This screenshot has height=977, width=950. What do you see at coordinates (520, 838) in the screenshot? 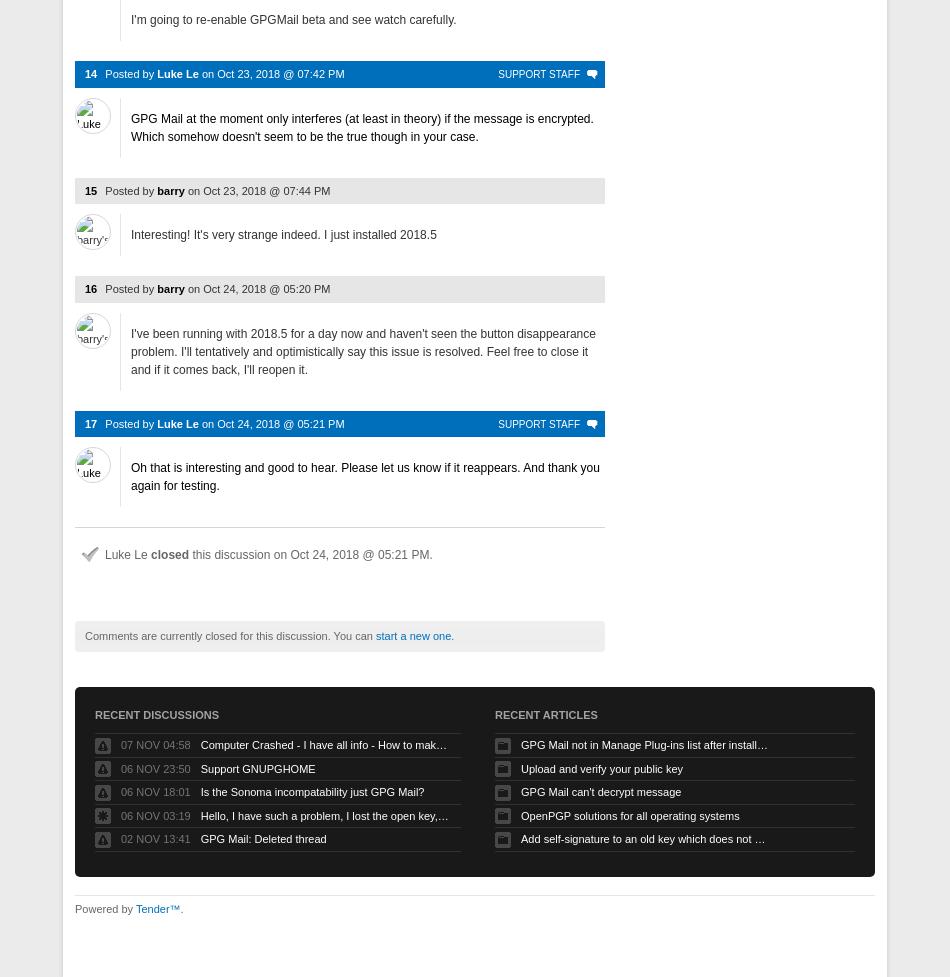
I see `'Add self-signature to an old key which does not have one'` at bounding box center [520, 838].